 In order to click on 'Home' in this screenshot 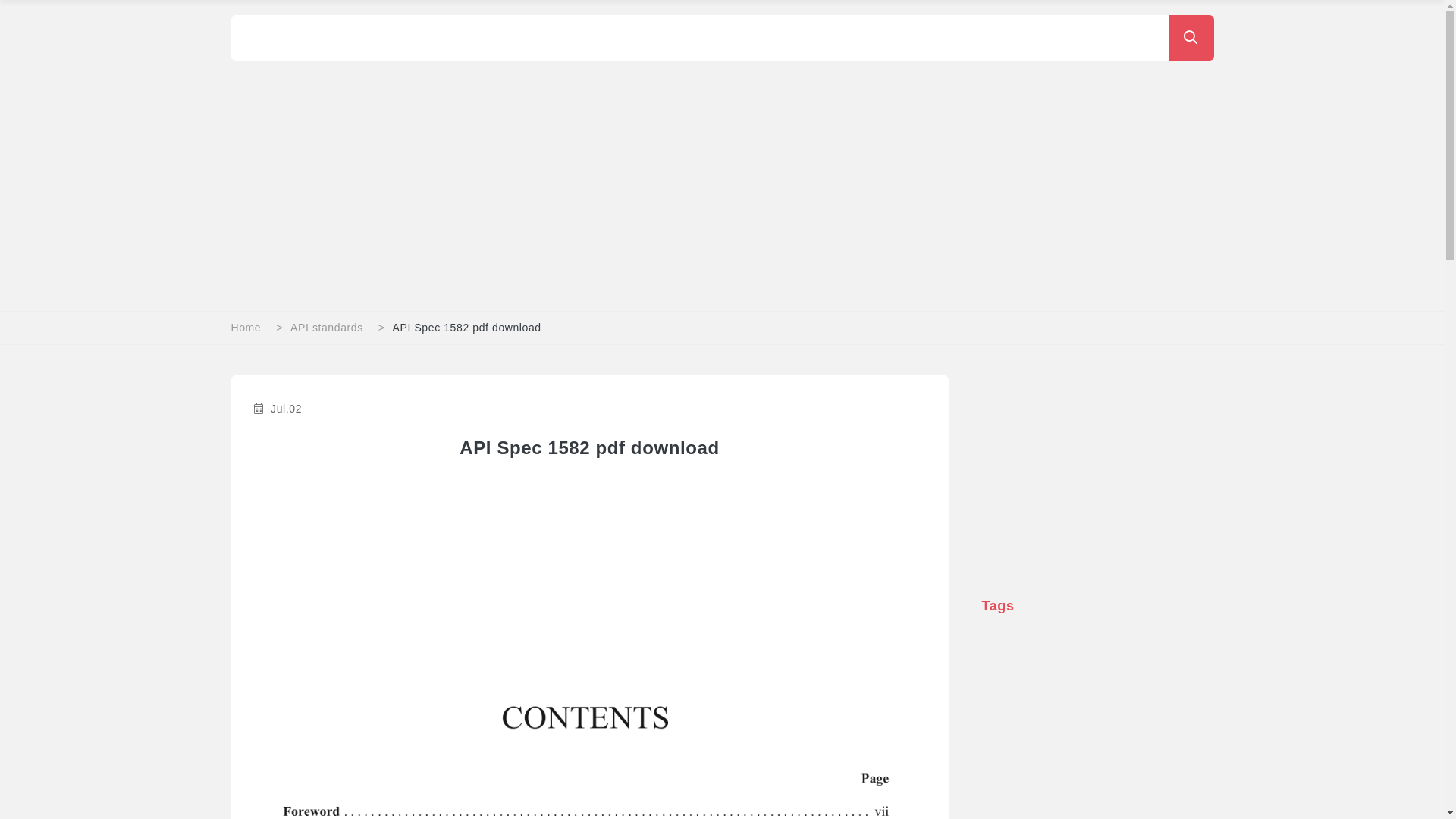, I will do `click(246, 327)`.